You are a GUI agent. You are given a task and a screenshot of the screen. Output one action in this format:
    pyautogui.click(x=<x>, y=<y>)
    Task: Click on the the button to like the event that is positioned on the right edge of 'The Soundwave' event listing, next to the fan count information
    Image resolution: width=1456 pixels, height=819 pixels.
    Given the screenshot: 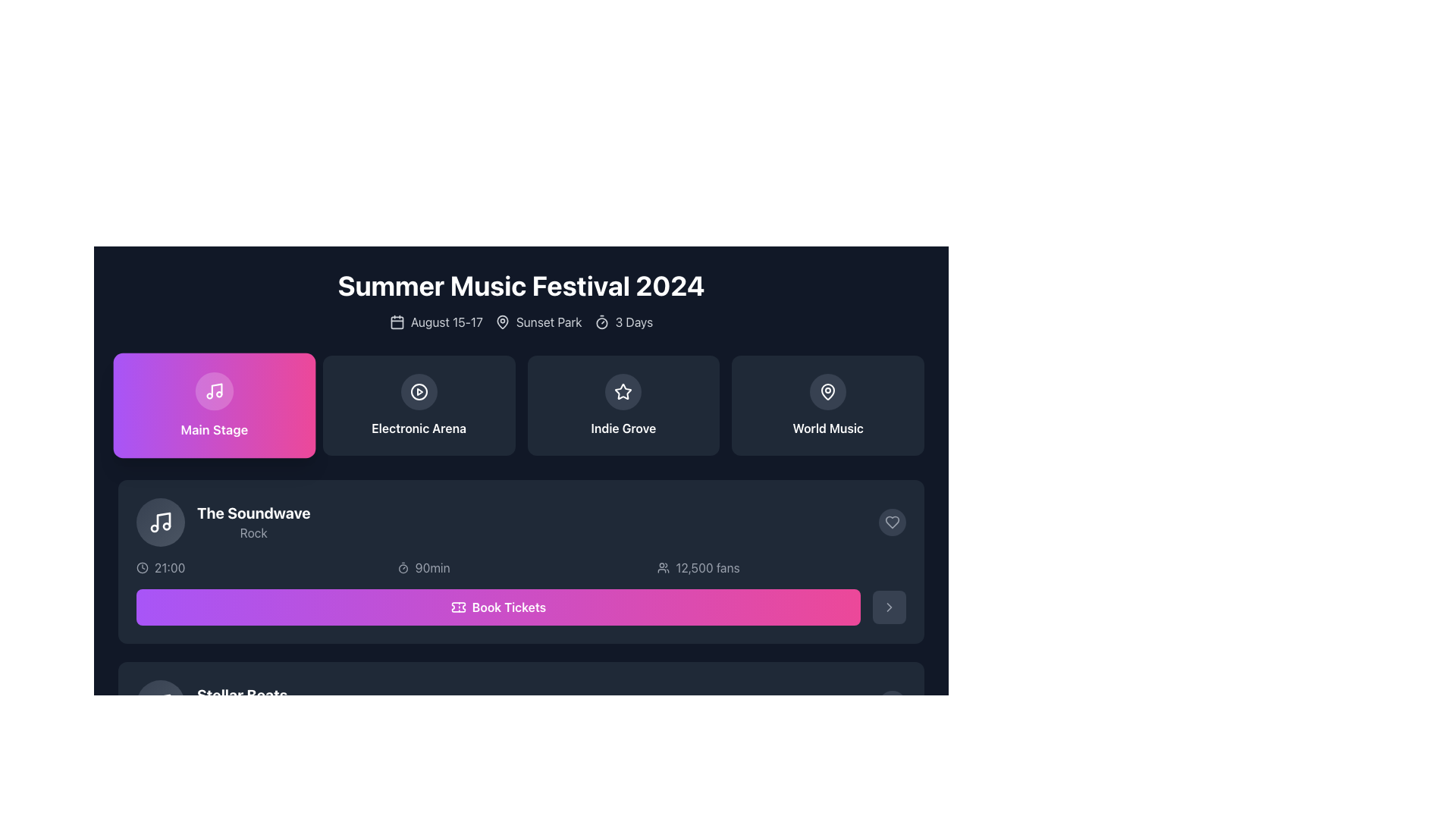 What is the action you would take?
    pyautogui.click(x=892, y=522)
    